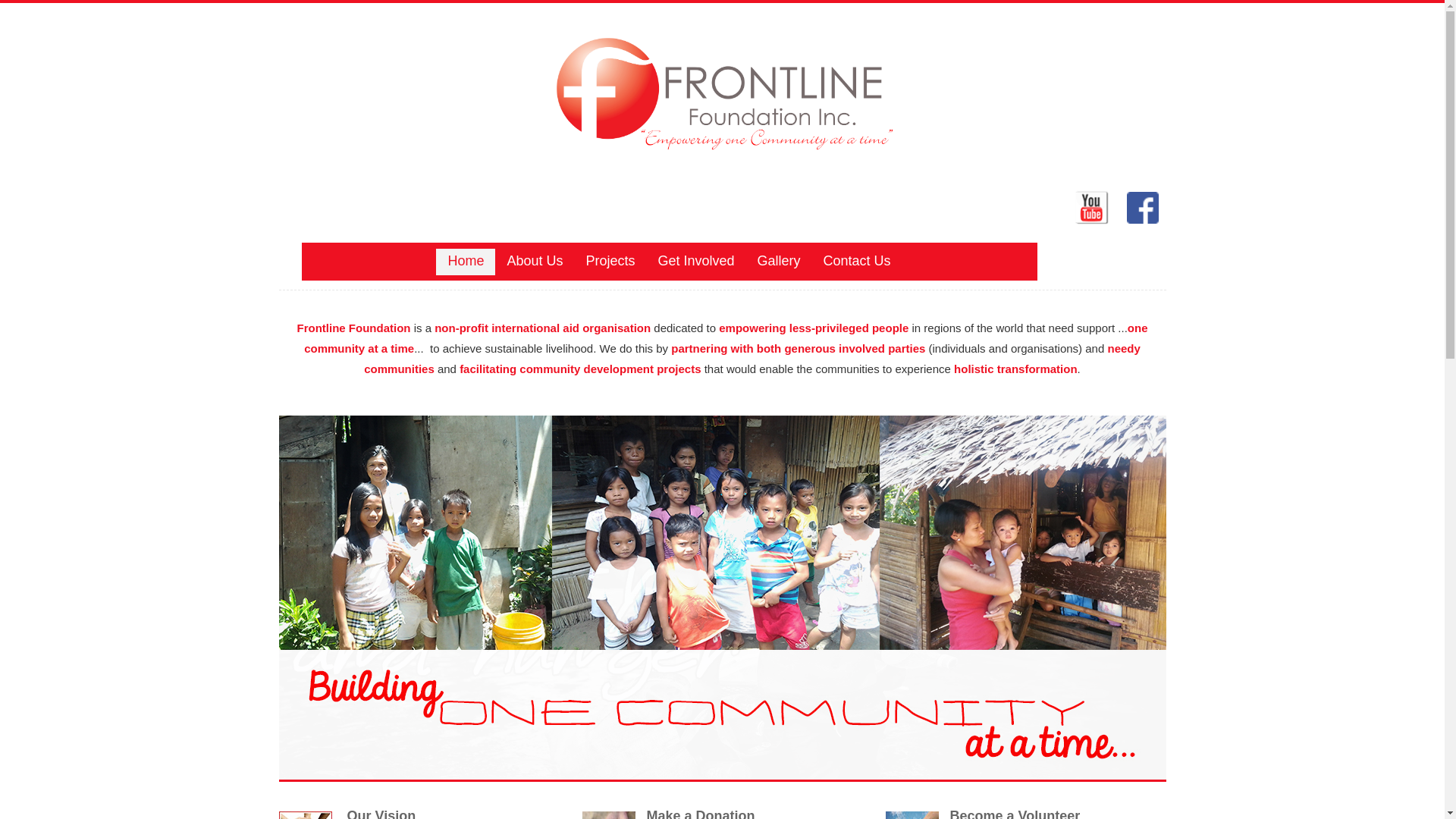 The image size is (1456, 819). I want to click on 'Gallery', so click(779, 261).